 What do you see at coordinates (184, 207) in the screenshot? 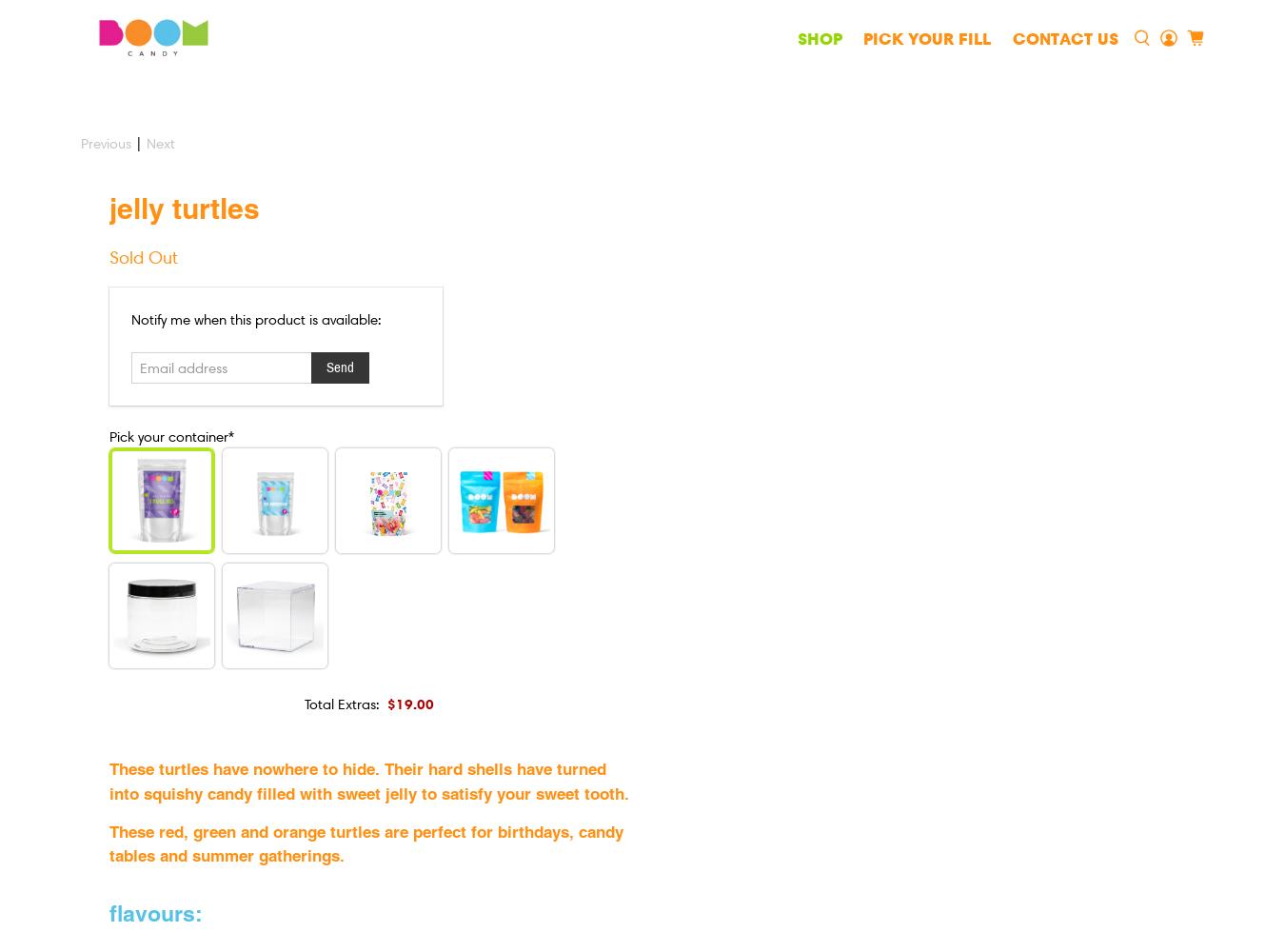
I see `'jelly turtles'` at bounding box center [184, 207].